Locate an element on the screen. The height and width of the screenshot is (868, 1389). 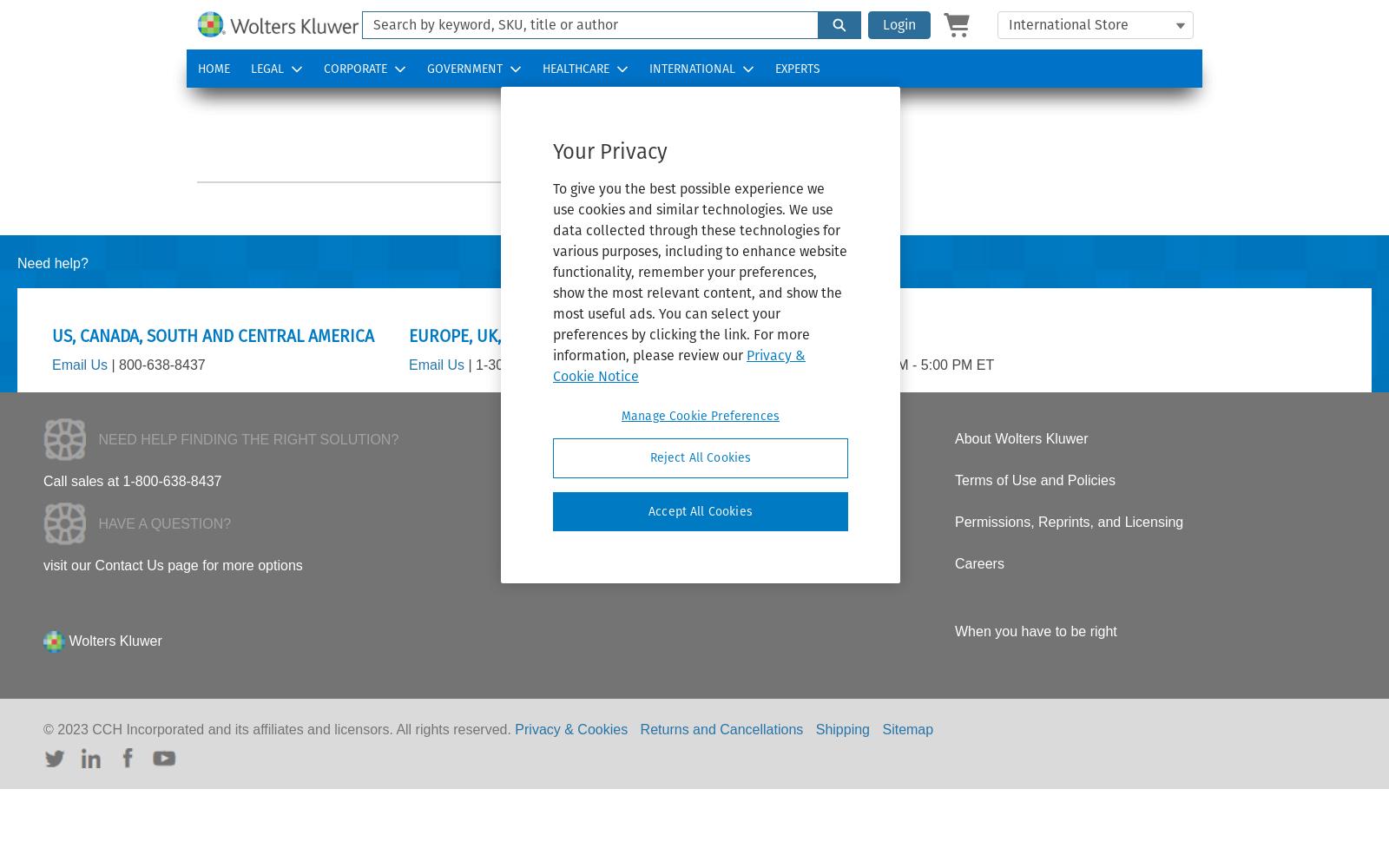
'Returns and Cancellations' is located at coordinates (721, 728).